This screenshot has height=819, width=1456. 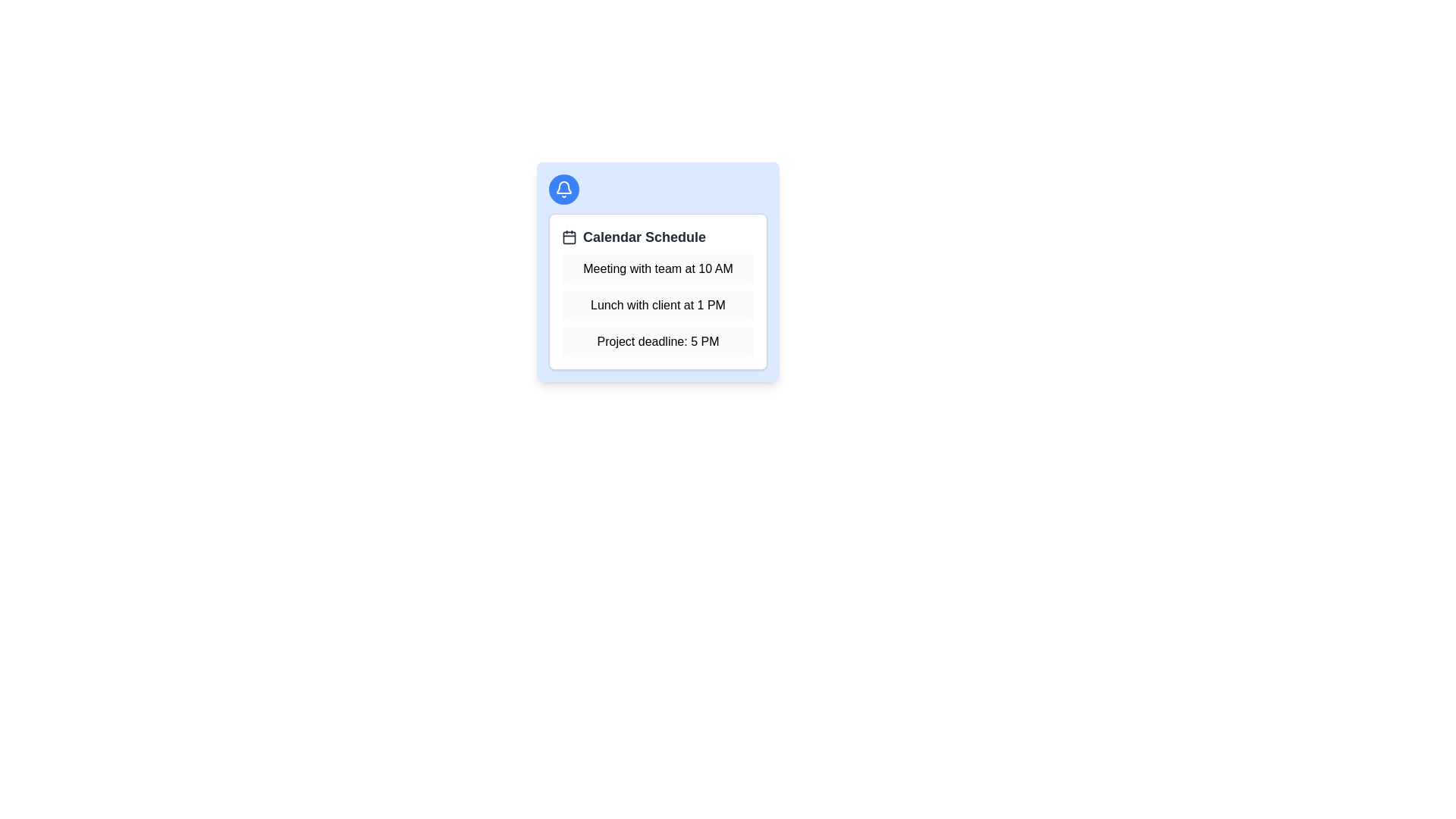 I want to click on the text 'Project deadline: 5 PM' from the third informational box in the vertical list of schedule elements, so click(x=658, y=342).